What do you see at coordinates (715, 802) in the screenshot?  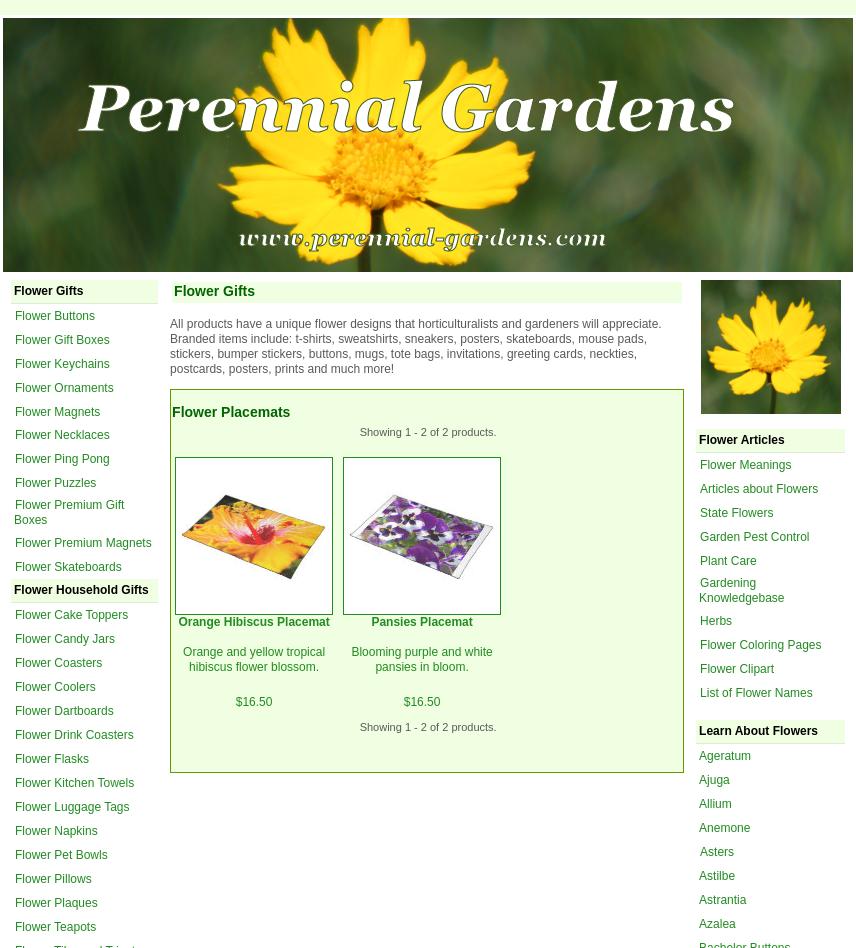 I see `'Allium'` at bounding box center [715, 802].